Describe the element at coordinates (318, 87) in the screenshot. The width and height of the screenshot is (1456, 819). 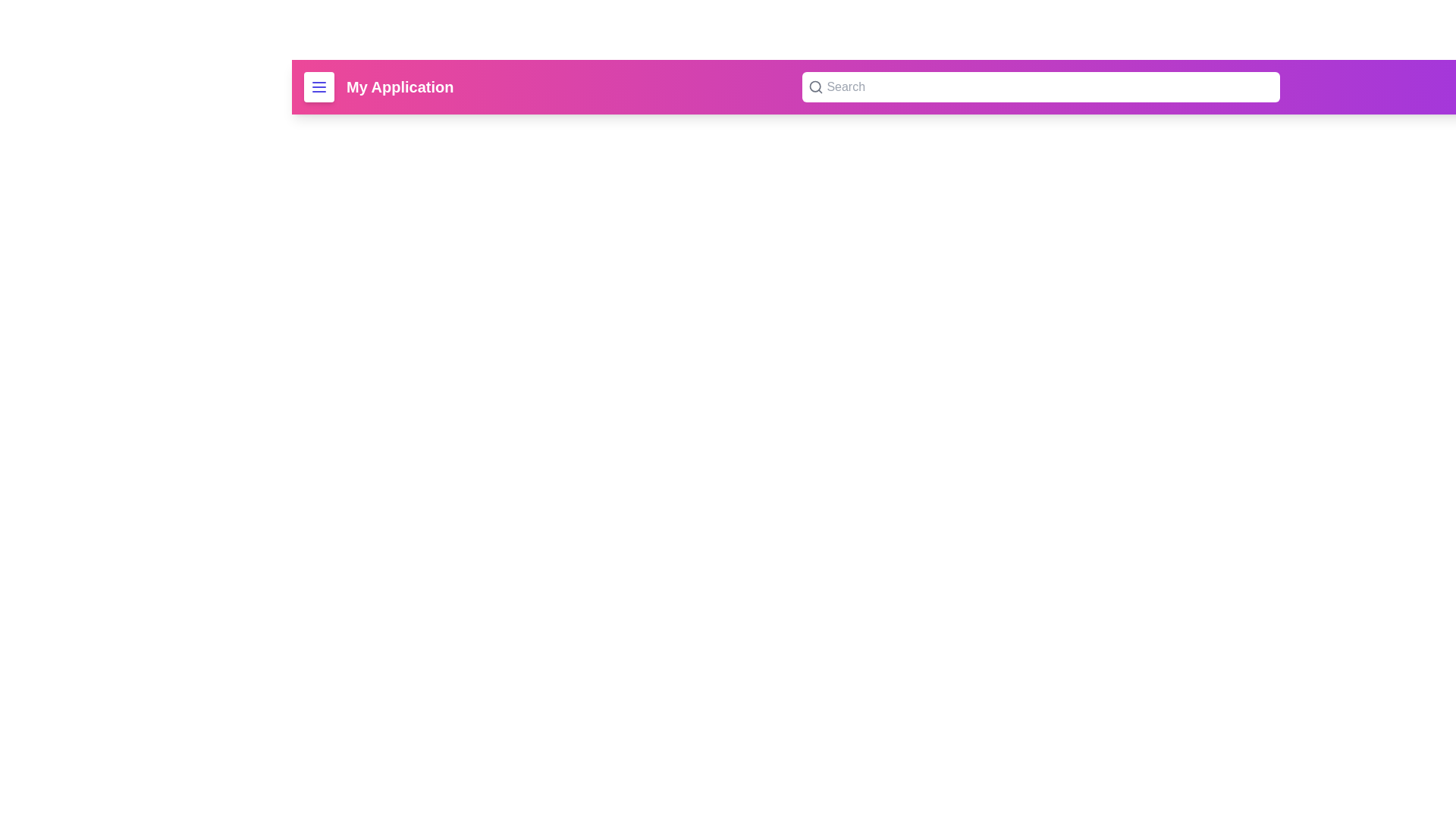
I see `menu button to open the navigation options` at that location.